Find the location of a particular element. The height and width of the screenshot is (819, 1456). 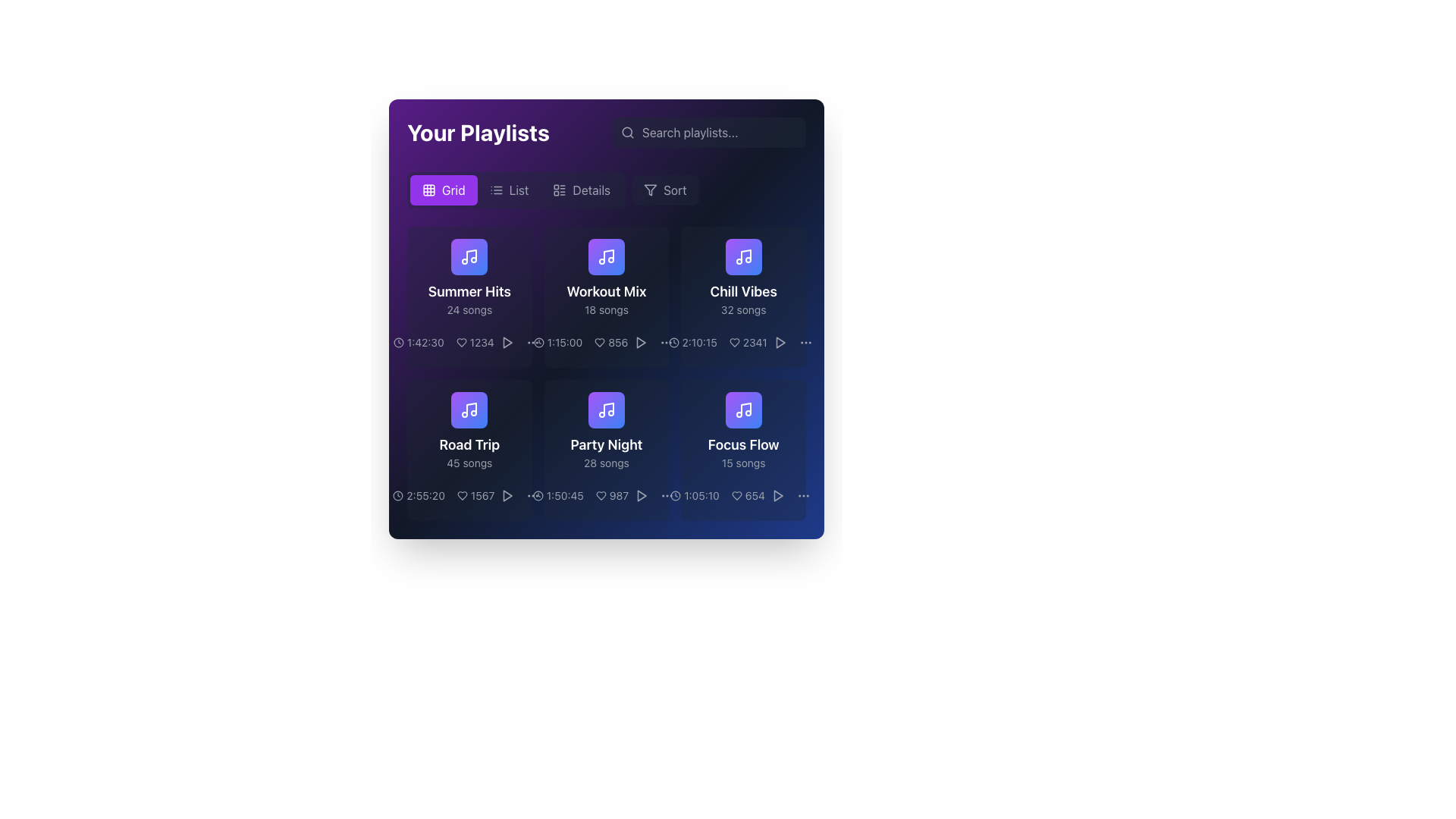

the heart-shaped icon to favorite or unfavorite the third playlist item 'Chill Vibes', located to the left of the numeric label '2341' is located at coordinates (734, 342).